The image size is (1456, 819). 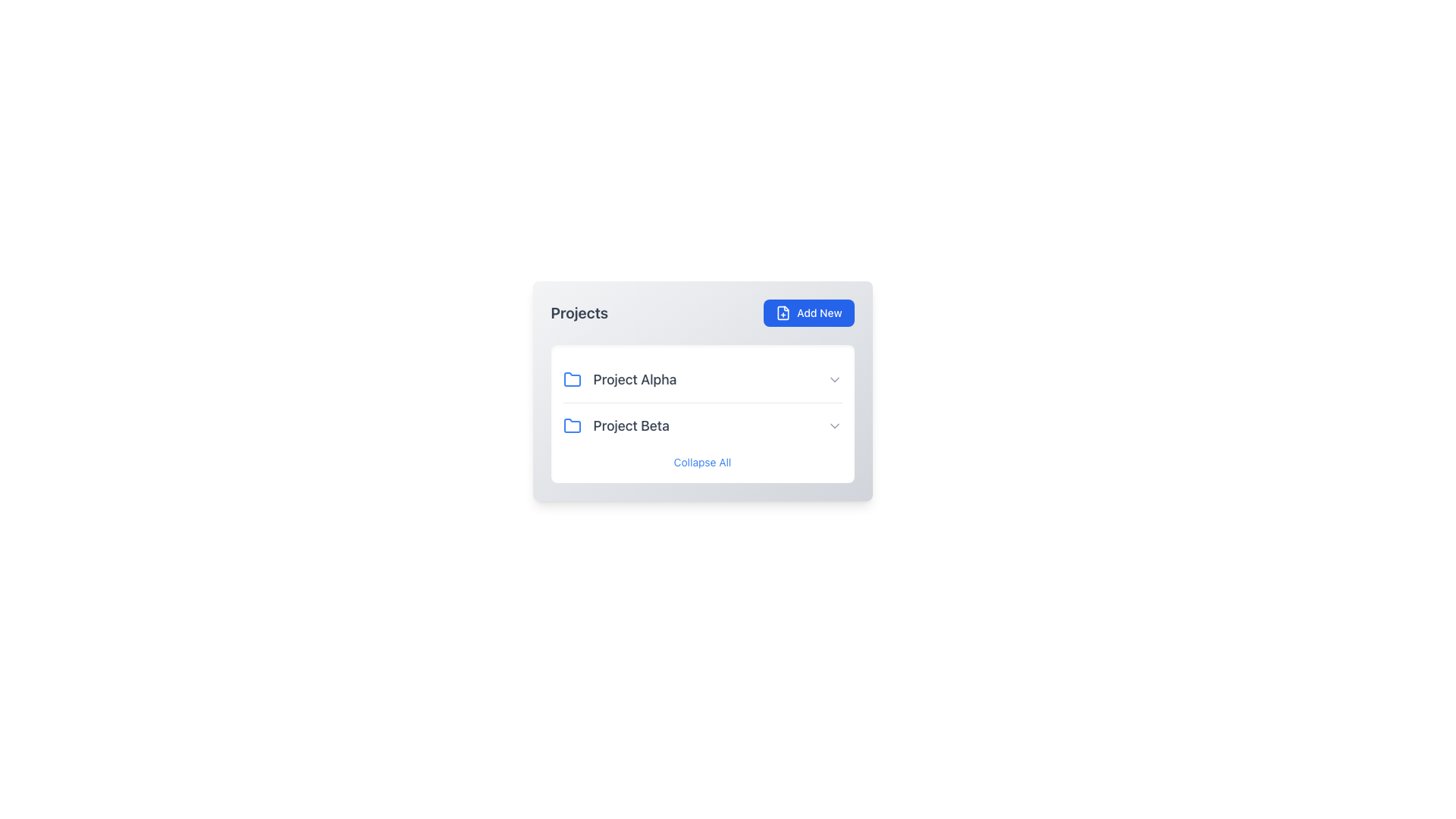 What do you see at coordinates (701, 426) in the screenshot?
I see `on the list item displaying 'Project Beta', which is the second item under the 'Projects' section` at bounding box center [701, 426].